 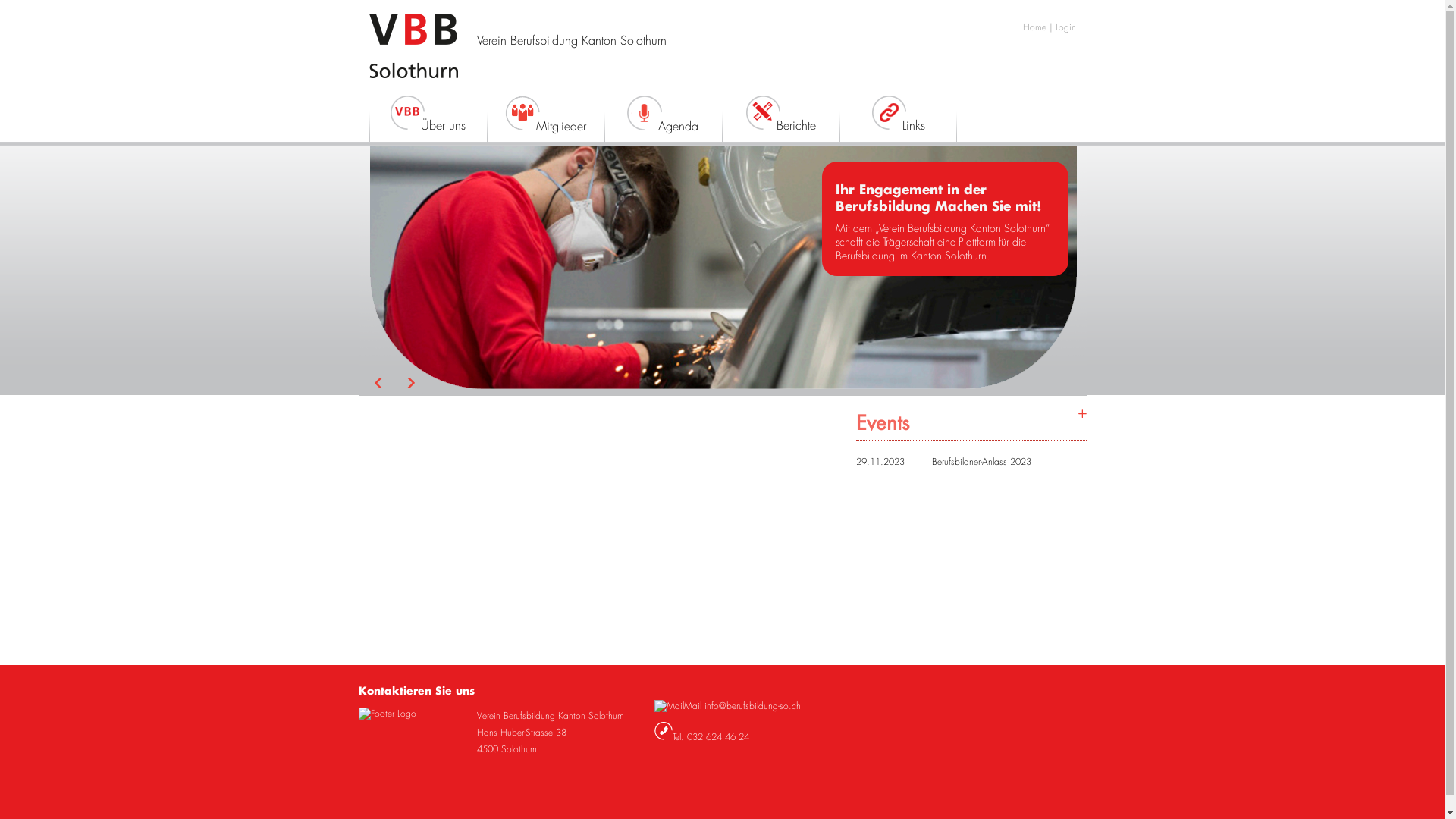 What do you see at coordinates (897, 119) in the screenshot?
I see `'Links'` at bounding box center [897, 119].